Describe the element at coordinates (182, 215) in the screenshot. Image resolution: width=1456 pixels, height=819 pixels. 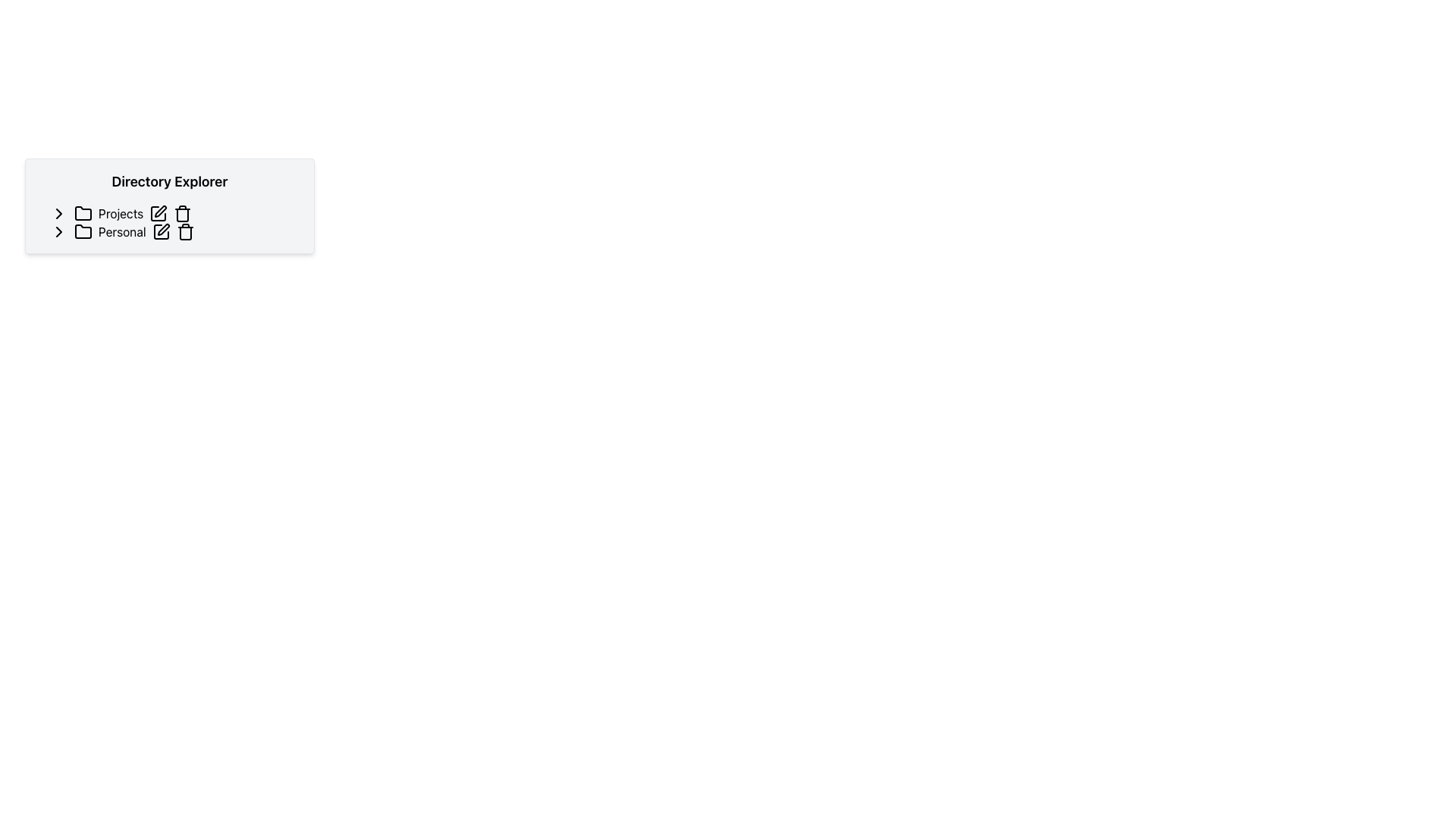
I see `the trash icon located under the 'Projects' folder in the 'Directory Explorer'` at that location.